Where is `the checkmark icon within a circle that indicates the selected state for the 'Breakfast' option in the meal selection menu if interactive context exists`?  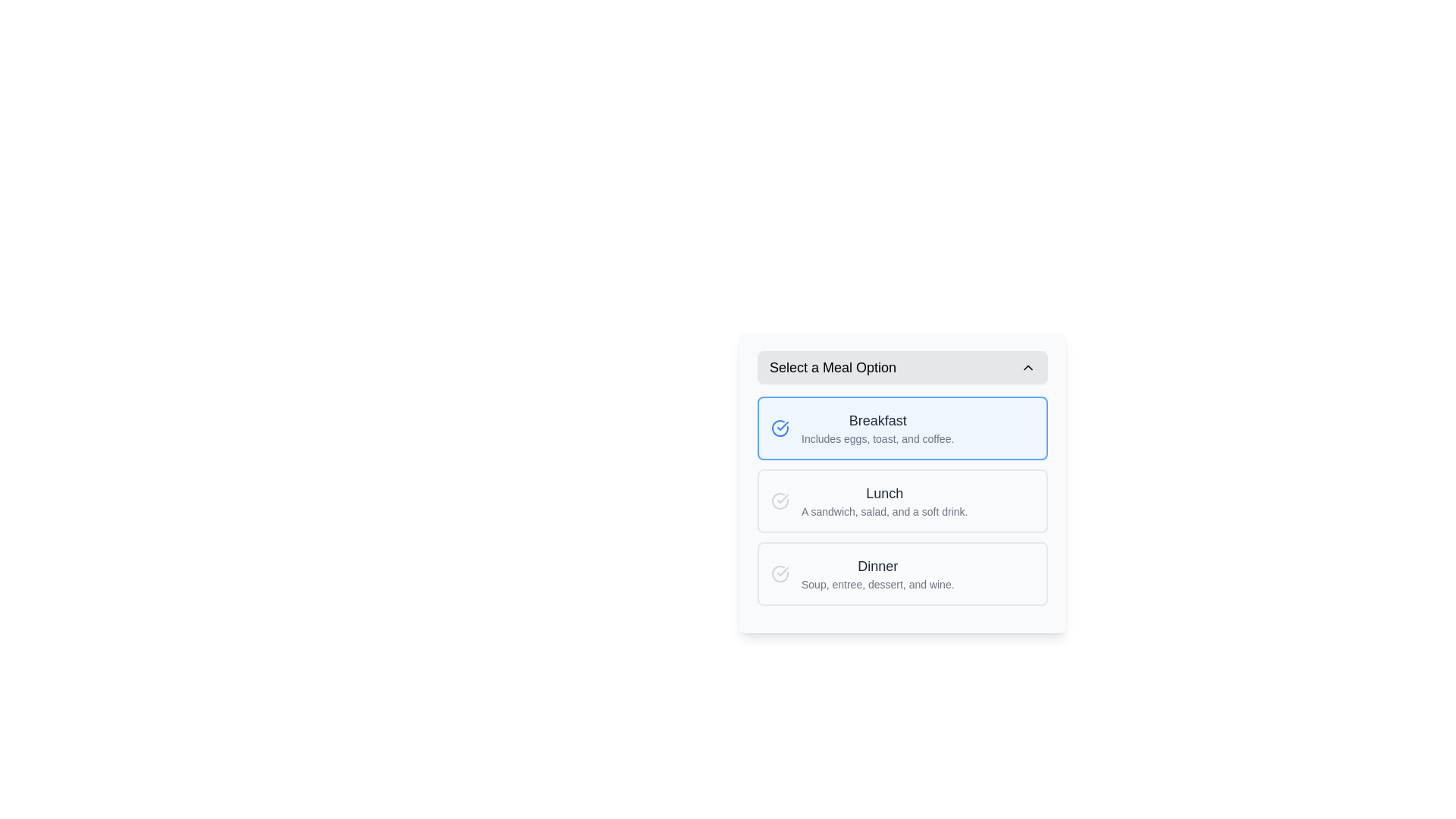
the checkmark icon within a circle that indicates the selected state for the 'Breakfast' option in the meal selection menu if interactive context exists is located at coordinates (783, 426).